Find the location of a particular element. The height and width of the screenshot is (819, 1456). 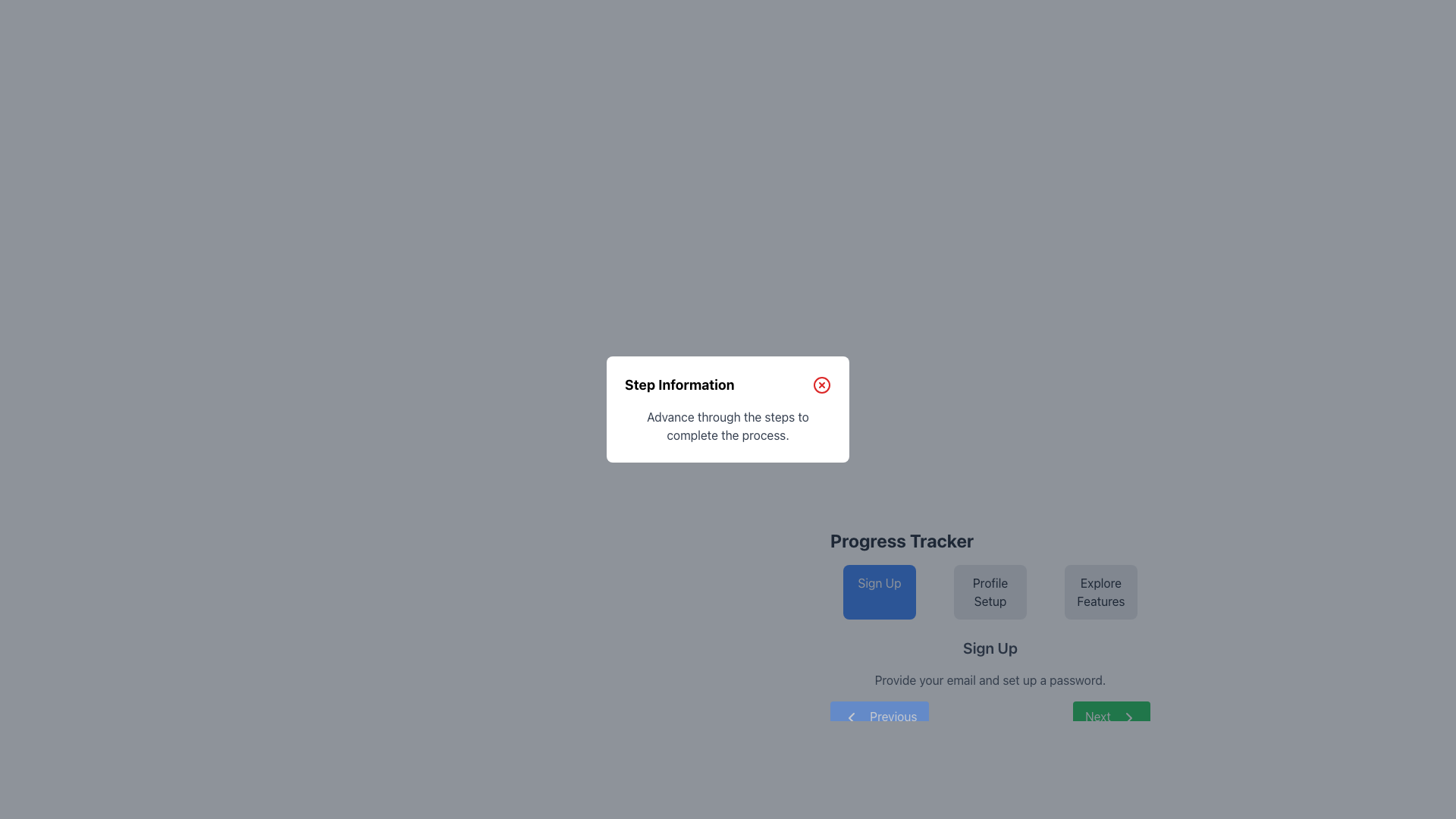

the 'Sign Up' text label, which is styled in a large font, semi-bold, and colored gray, located in the 'Progress Tracker' section, above the text 'Provide your email and set up a password.' is located at coordinates (990, 648).